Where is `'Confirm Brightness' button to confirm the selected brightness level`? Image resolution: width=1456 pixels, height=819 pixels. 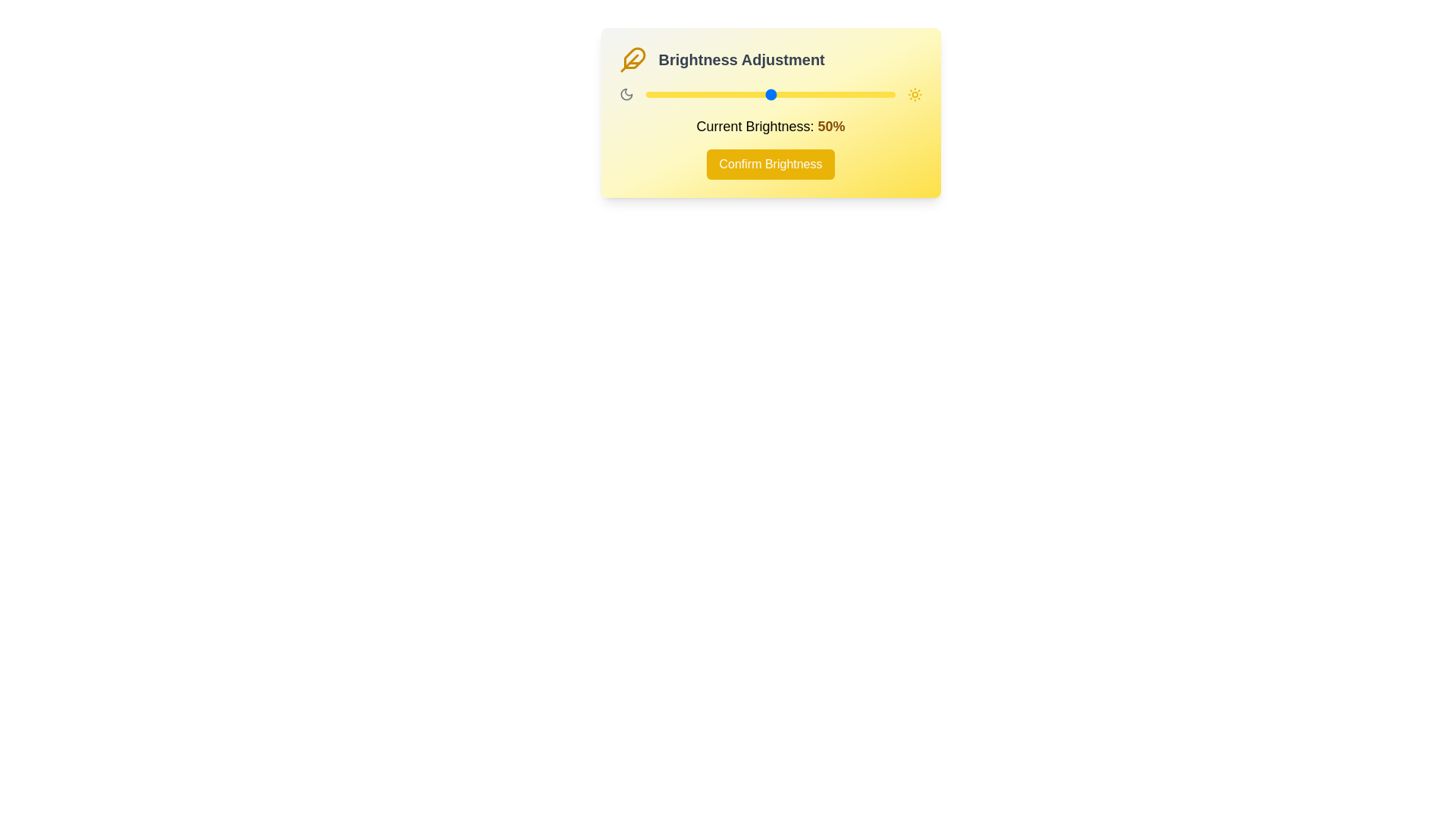
'Confirm Brightness' button to confirm the selected brightness level is located at coordinates (770, 164).